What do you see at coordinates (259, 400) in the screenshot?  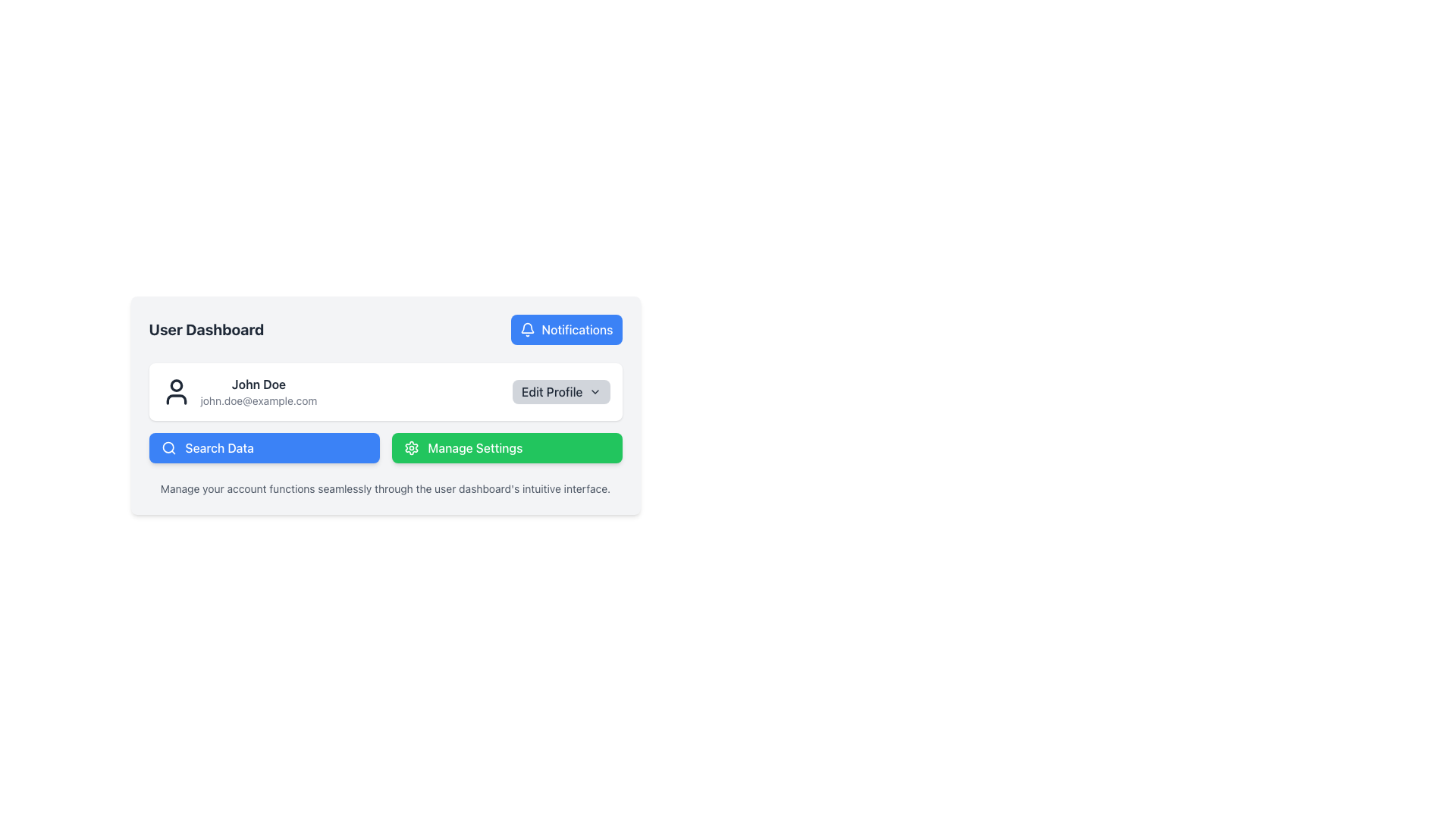 I see `the email address label in the user profile section, which is positioned beneath 'John Doe' and aligned with the left margin` at bounding box center [259, 400].